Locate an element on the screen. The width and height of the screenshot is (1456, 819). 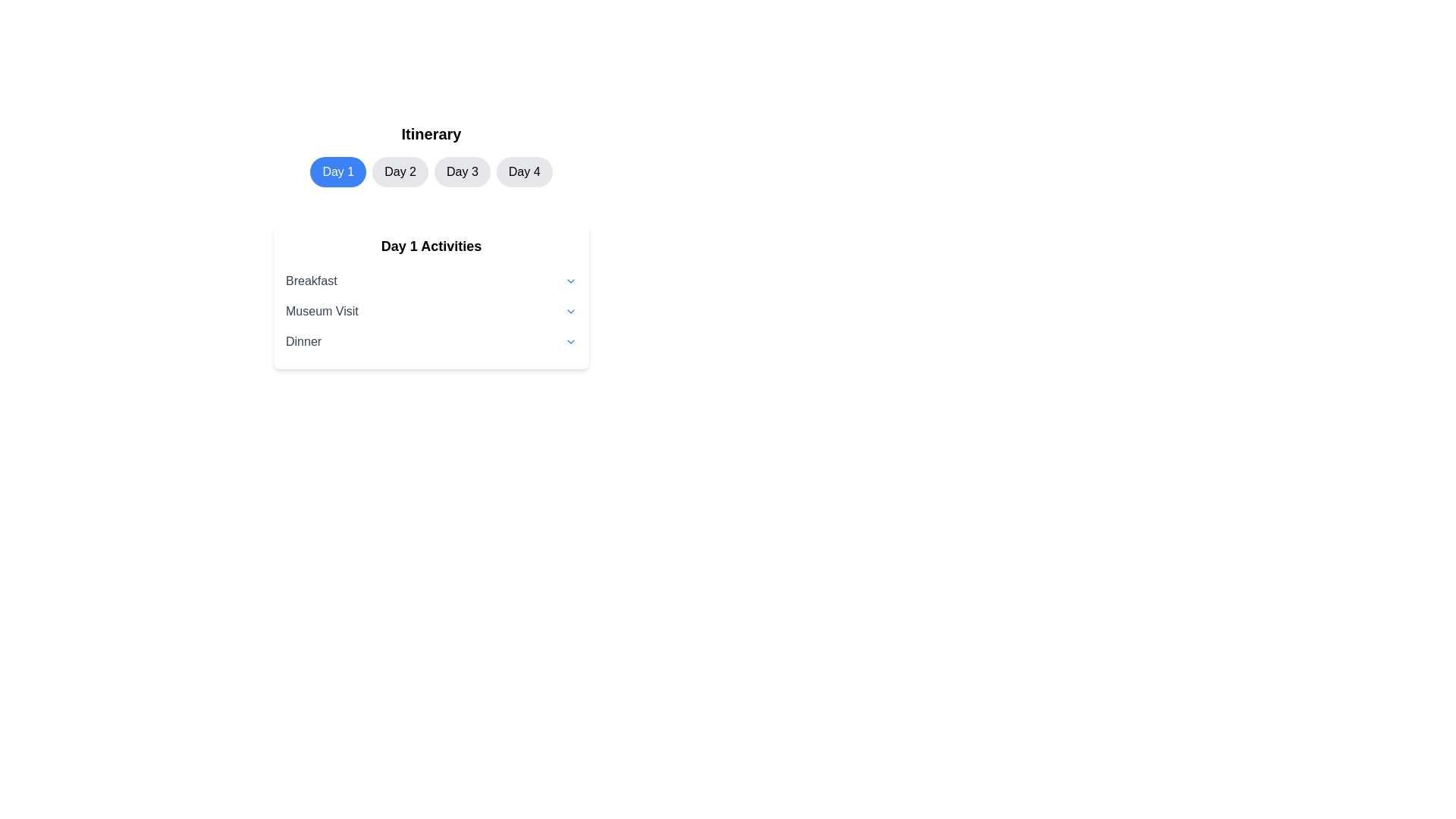
the 'Day 4' button, which is the fourth button in a horizontal sequence below the 'Itinerary' heading is located at coordinates (524, 171).